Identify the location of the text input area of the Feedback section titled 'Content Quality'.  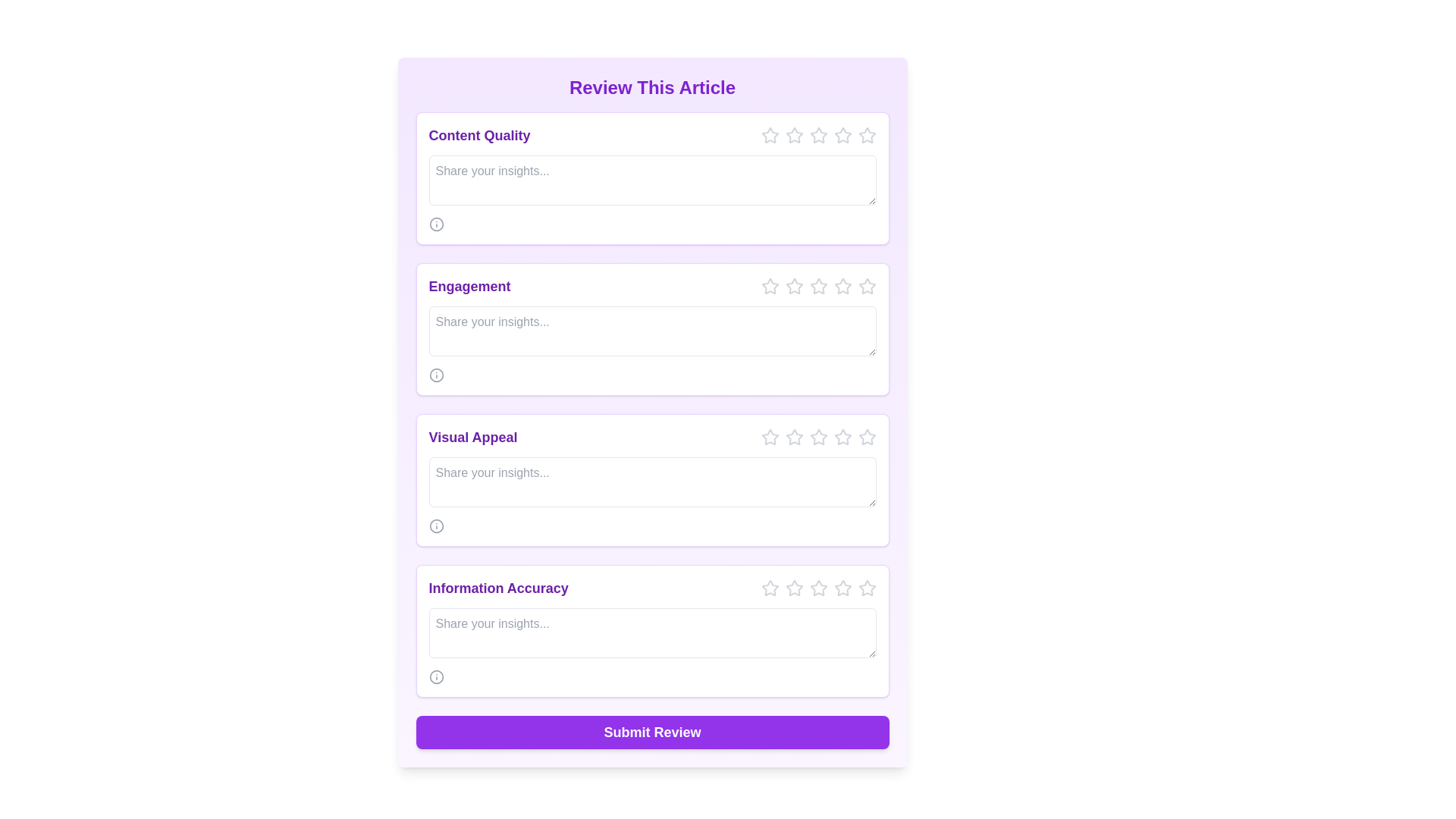
(652, 177).